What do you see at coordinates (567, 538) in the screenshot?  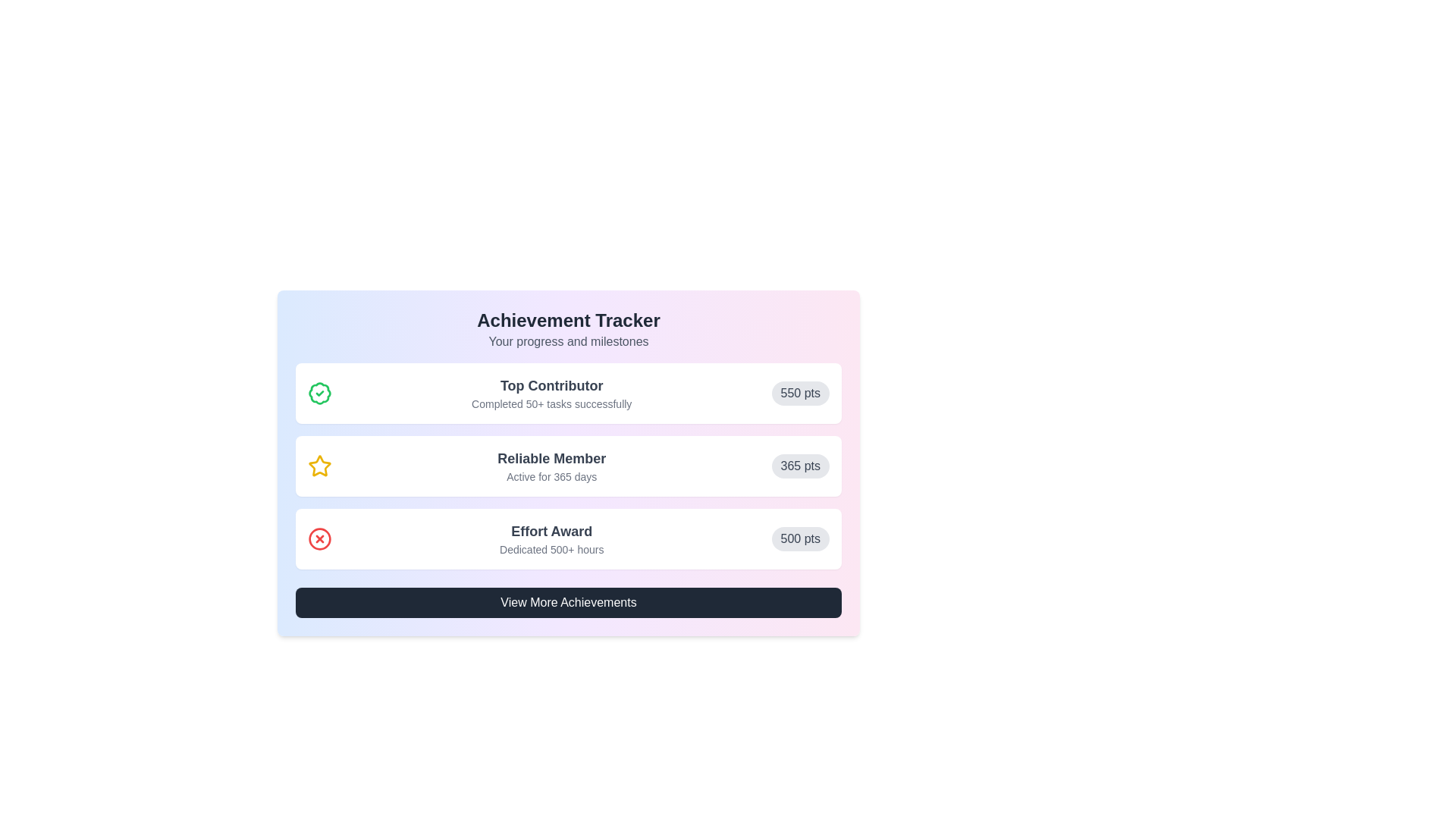 I see `the 'Effort Award' achievement item` at bounding box center [567, 538].